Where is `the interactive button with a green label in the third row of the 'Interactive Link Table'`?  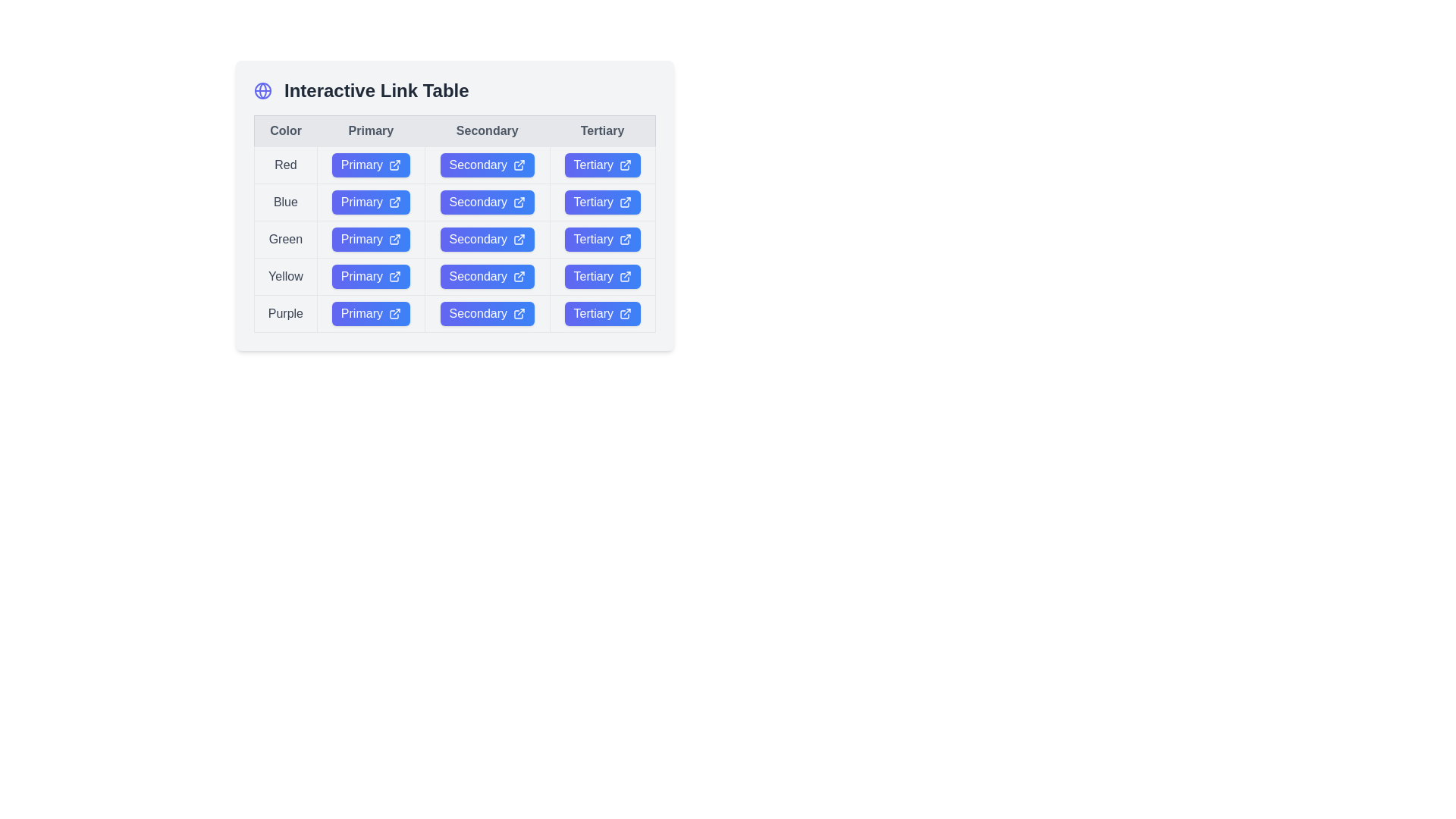 the interactive button with a green label in the third row of the 'Interactive Link Table' is located at coordinates (371, 239).